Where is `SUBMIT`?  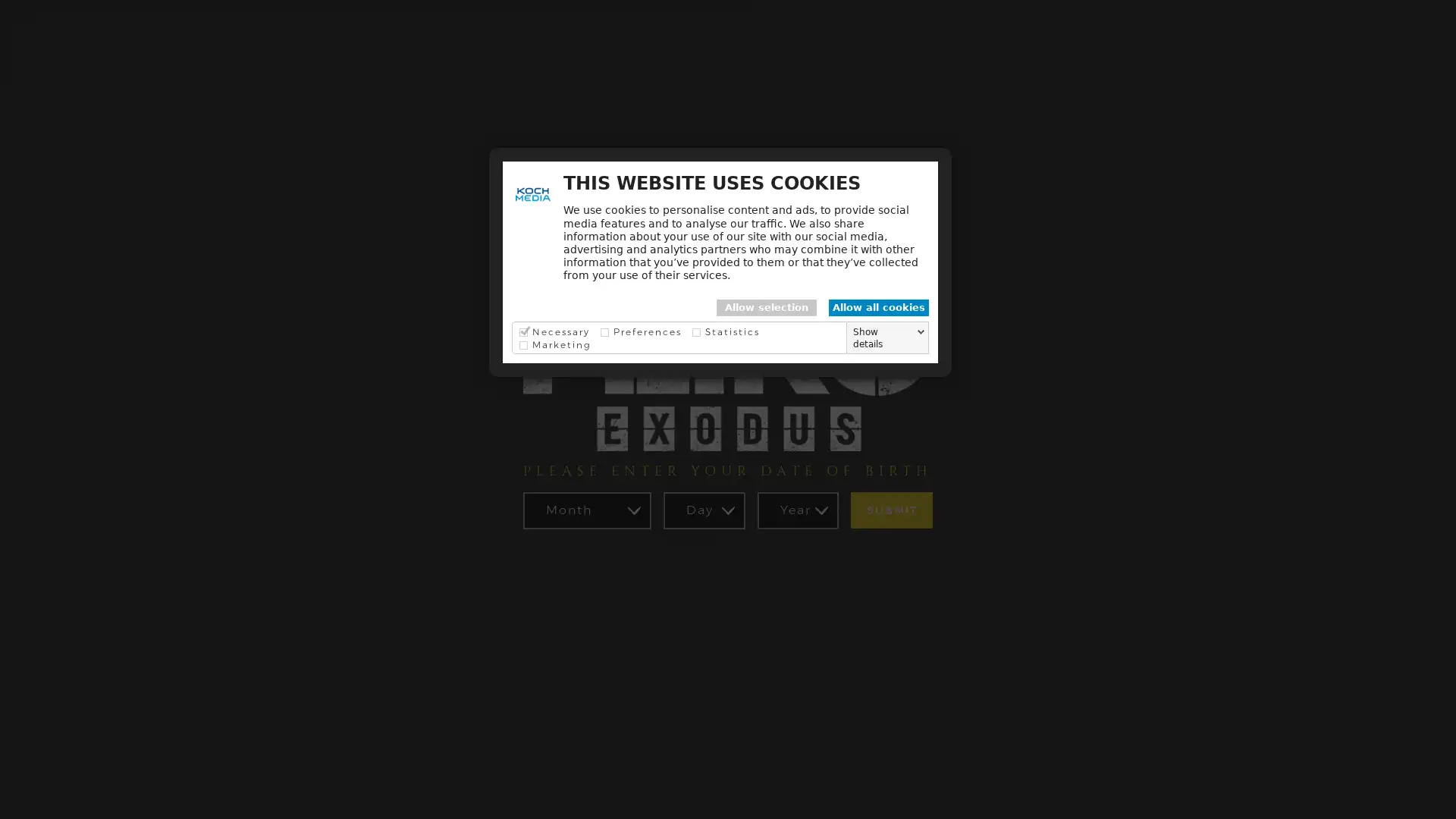
SUBMIT is located at coordinates (891, 510).